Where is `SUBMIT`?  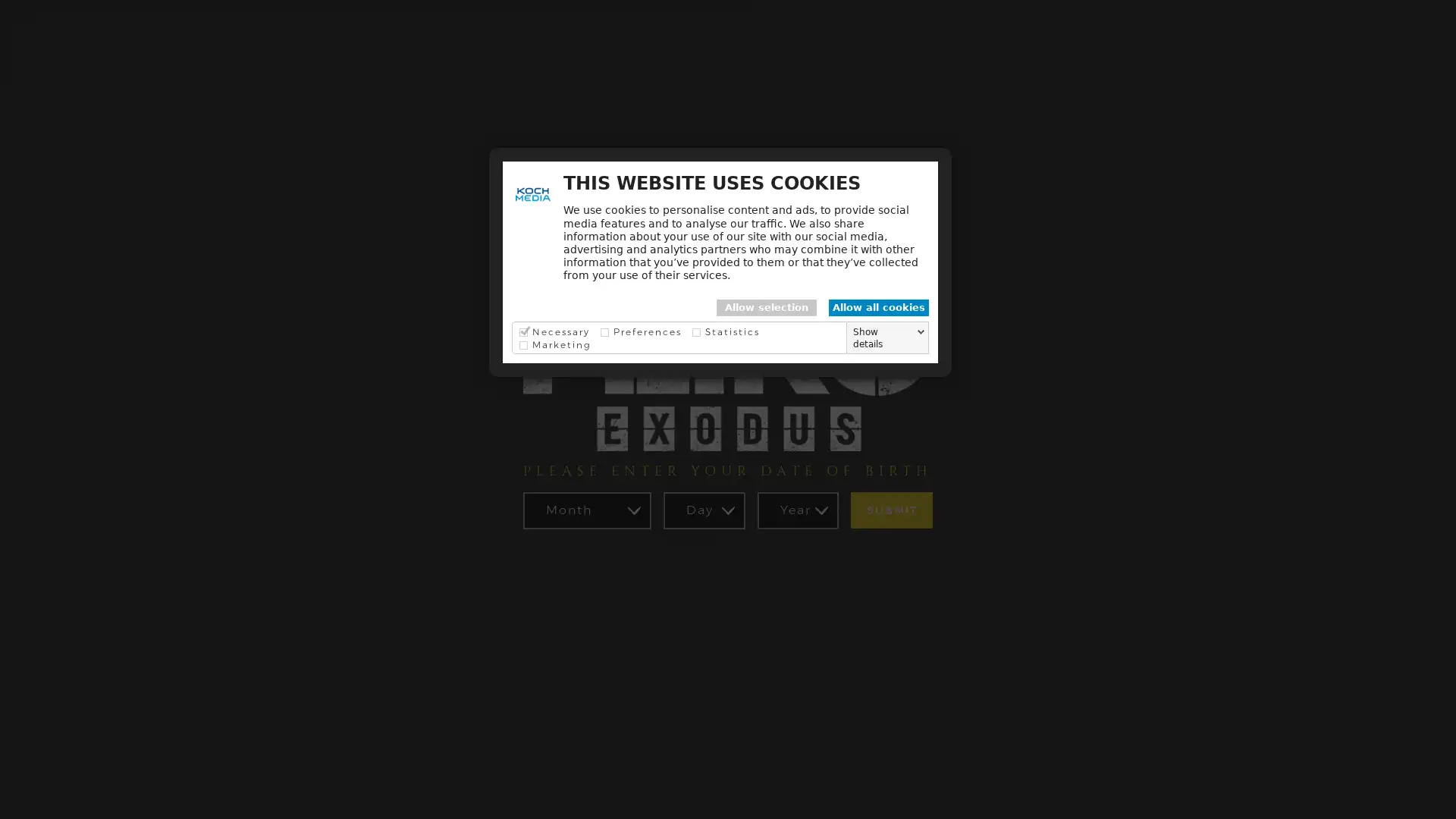
SUBMIT is located at coordinates (891, 510).